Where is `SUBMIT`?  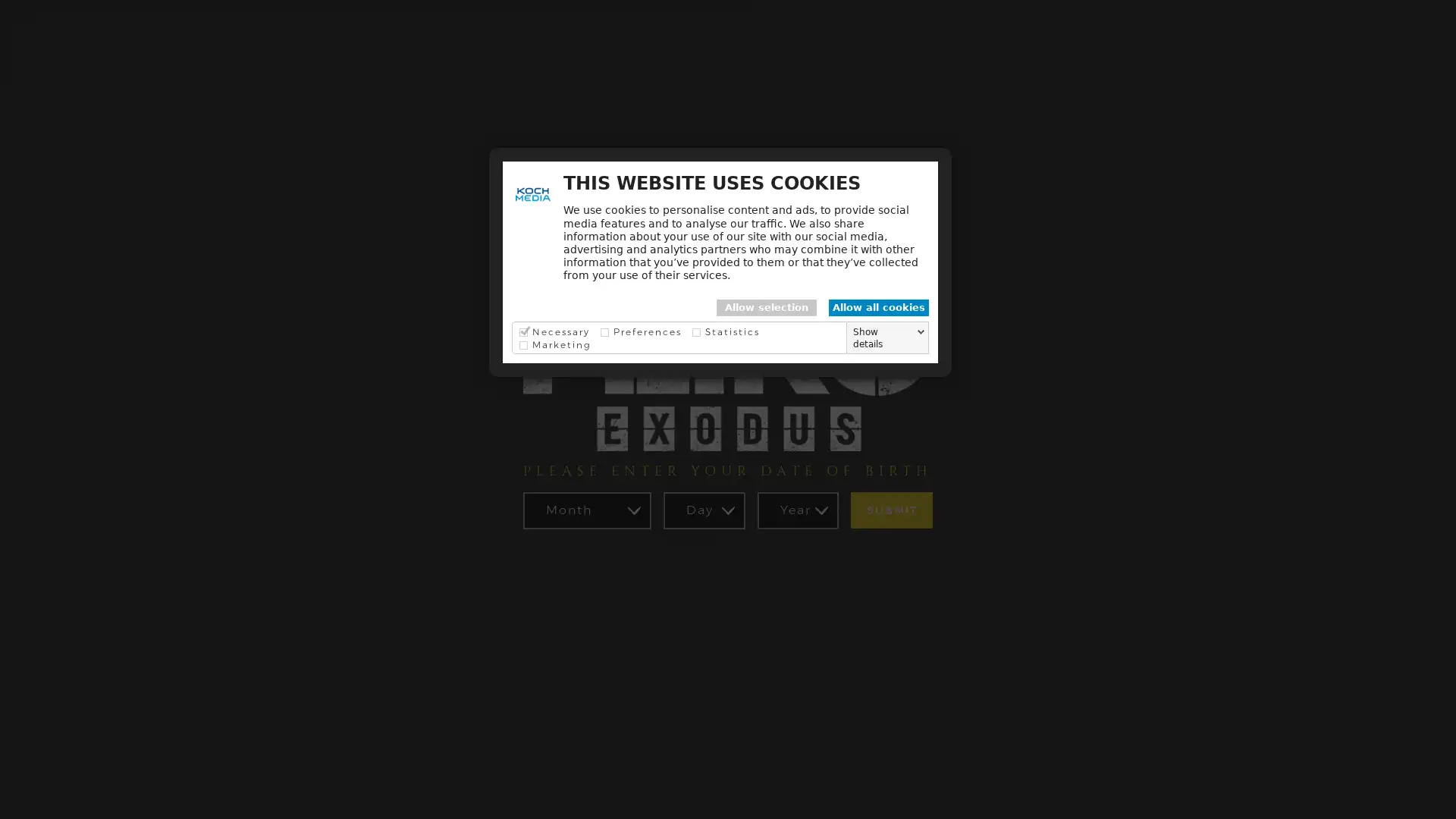
SUBMIT is located at coordinates (891, 510).